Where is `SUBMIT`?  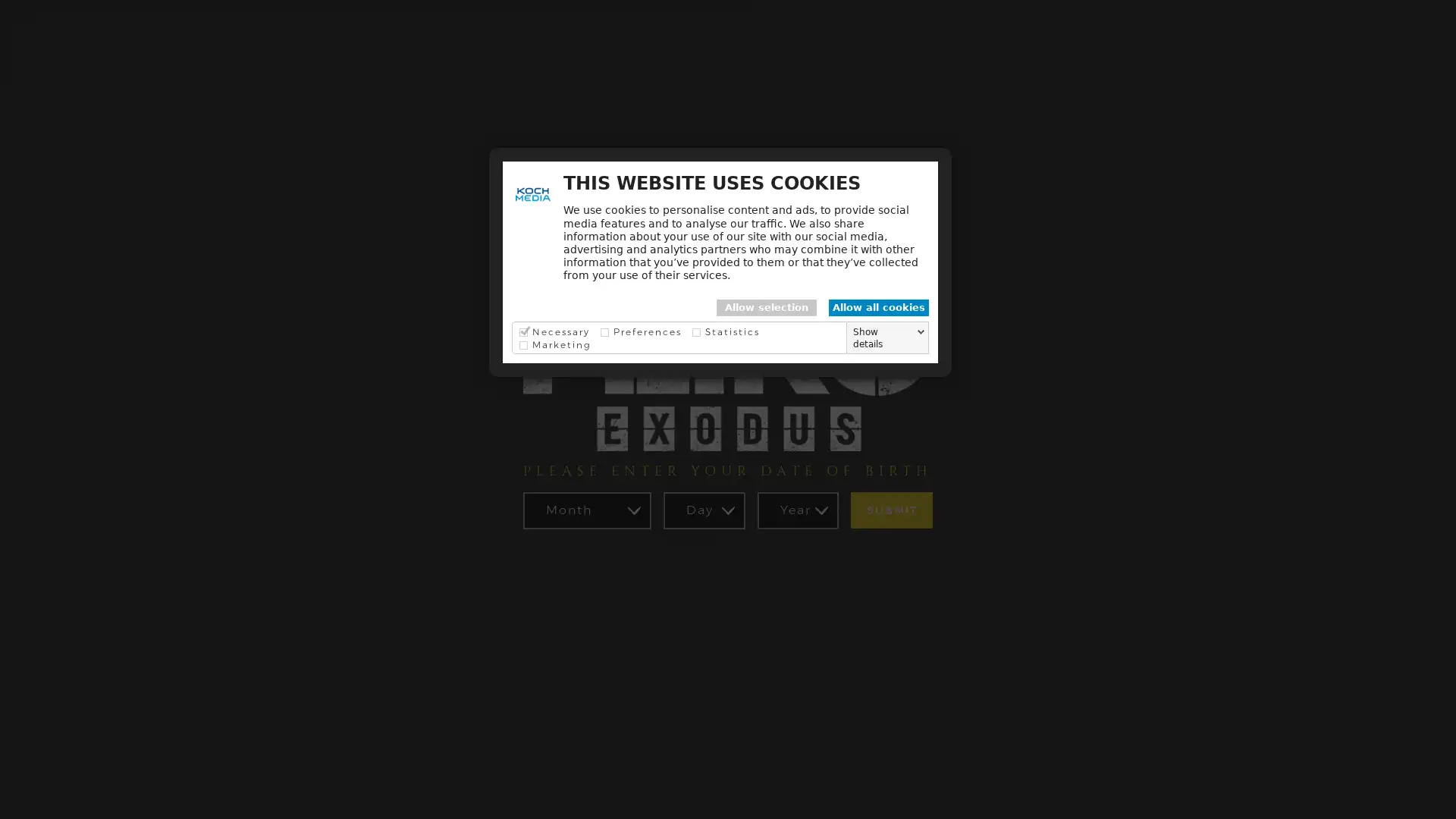
SUBMIT is located at coordinates (891, 510).